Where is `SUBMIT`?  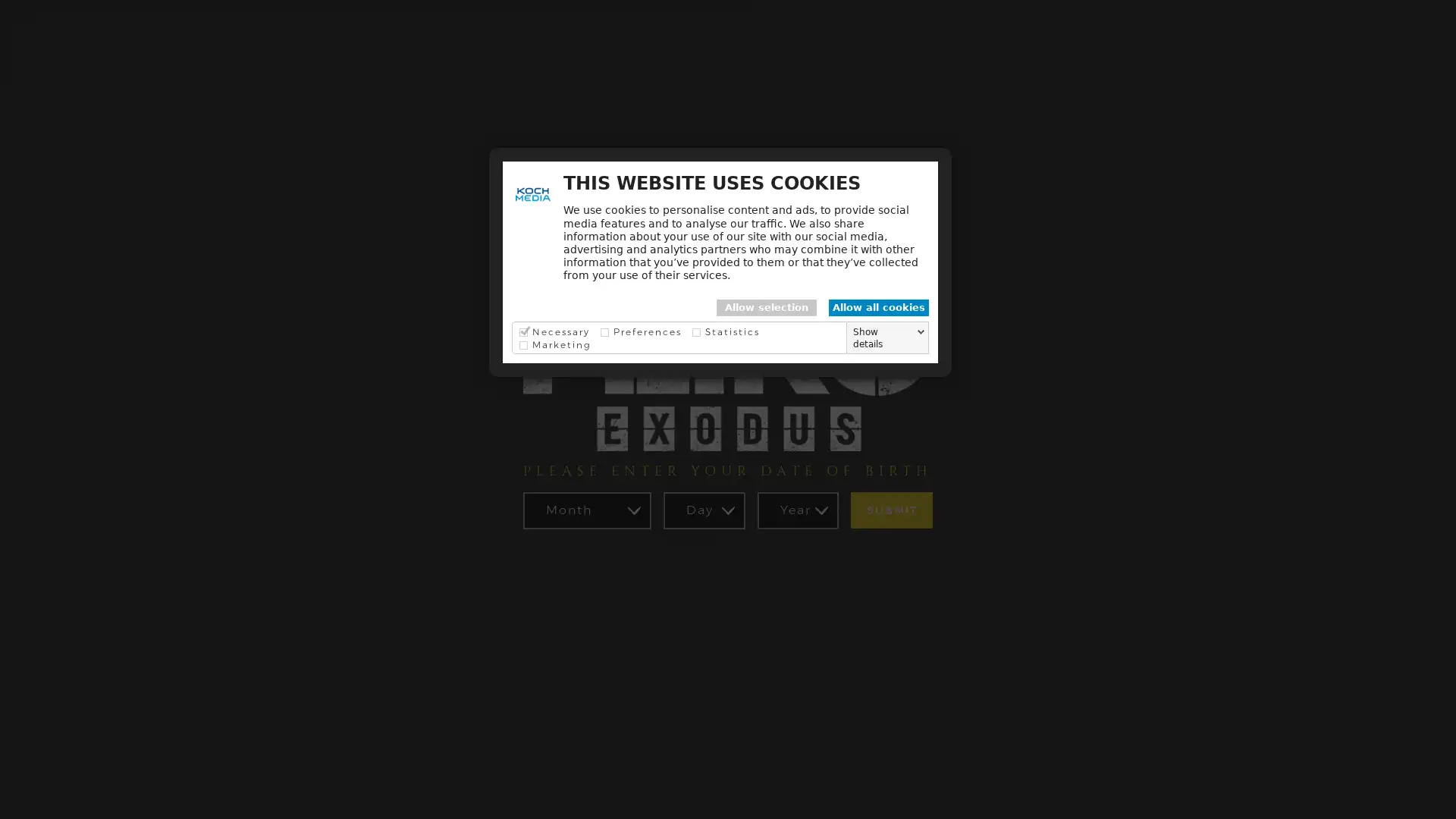
SUBMIT is located at coordinates (891, 510).